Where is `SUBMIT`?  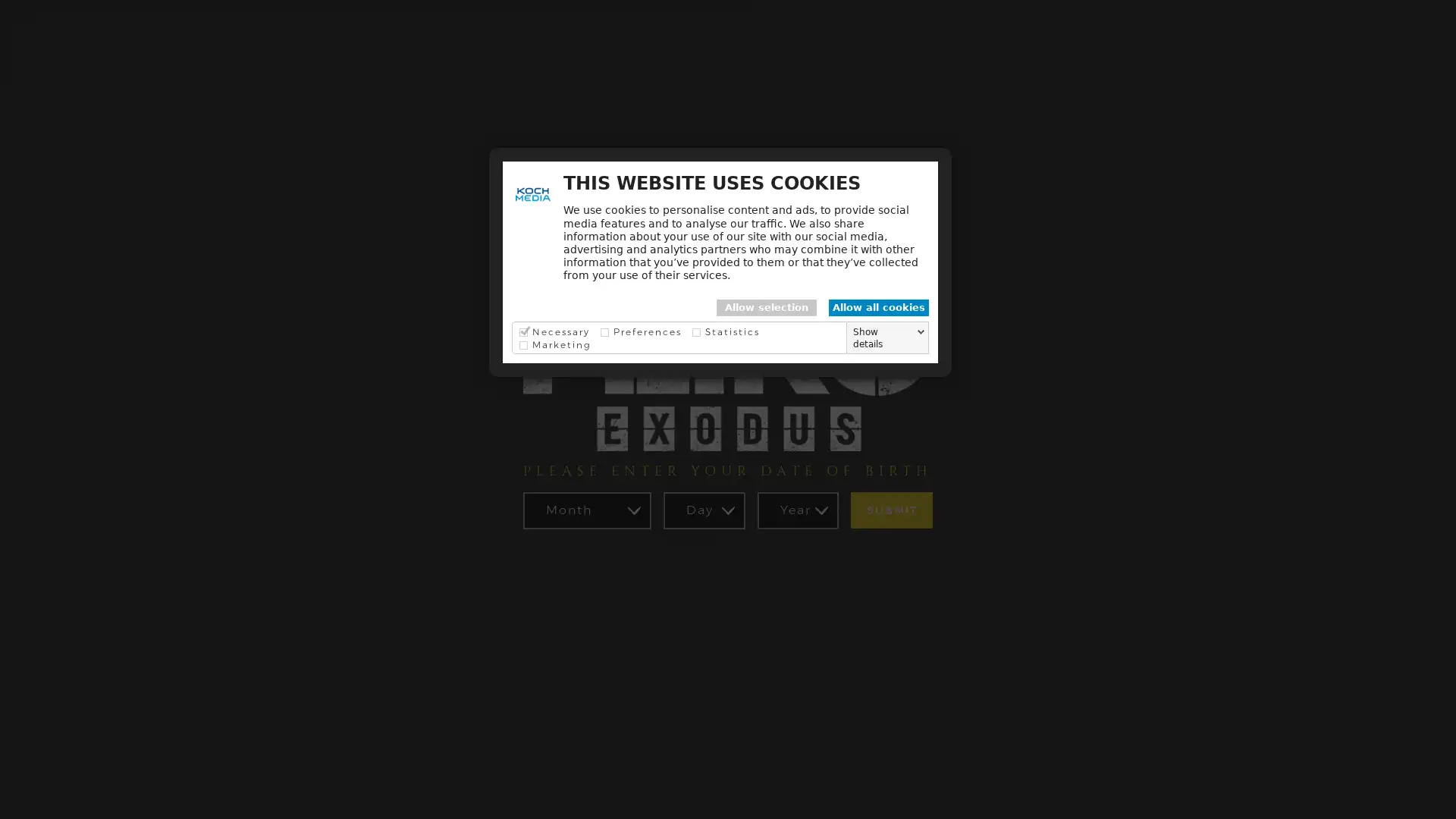
SUBMIT is located at coordinates (891, 510).